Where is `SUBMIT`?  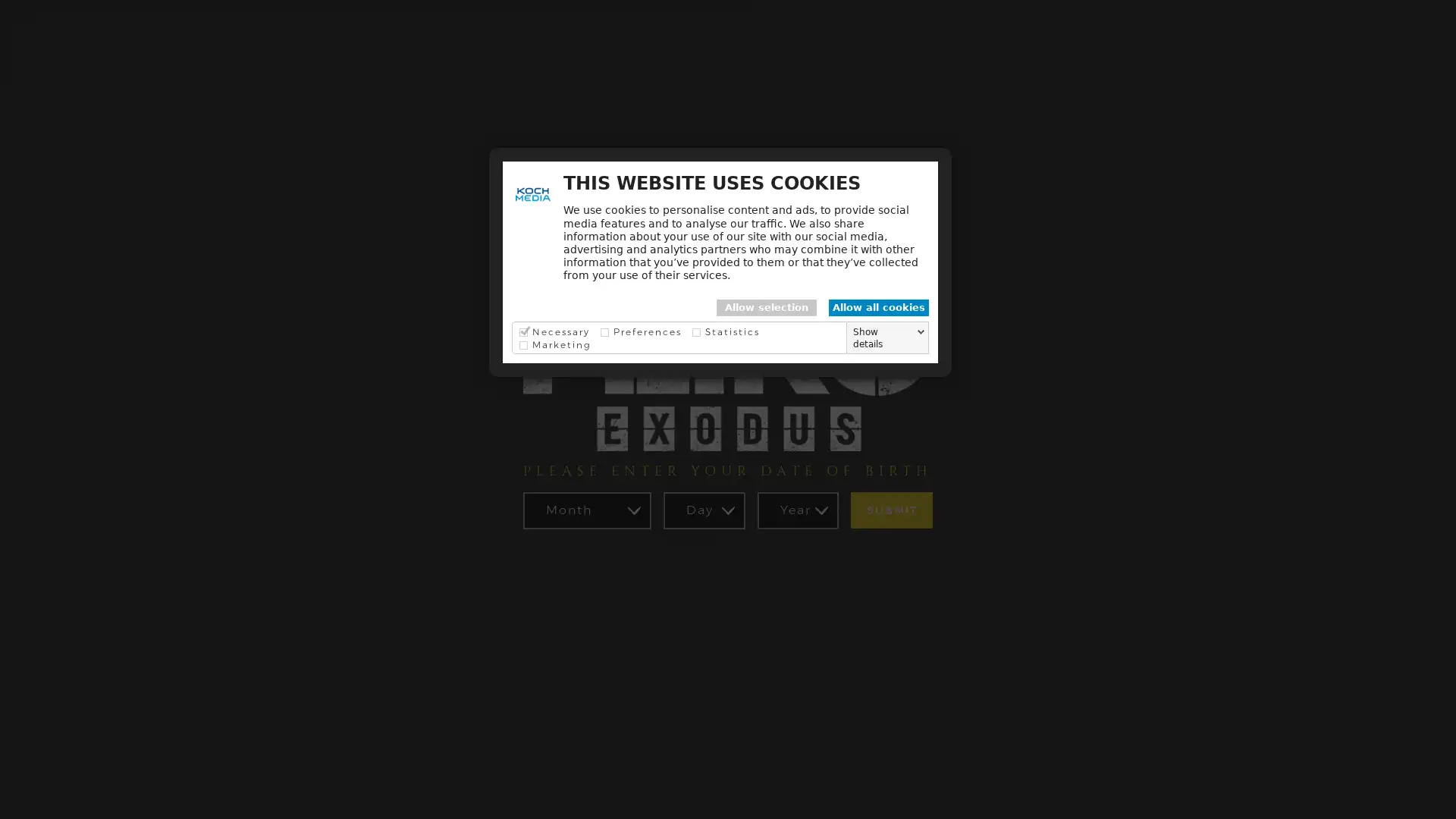
SUBMIT is located at coordinates (891, 510).